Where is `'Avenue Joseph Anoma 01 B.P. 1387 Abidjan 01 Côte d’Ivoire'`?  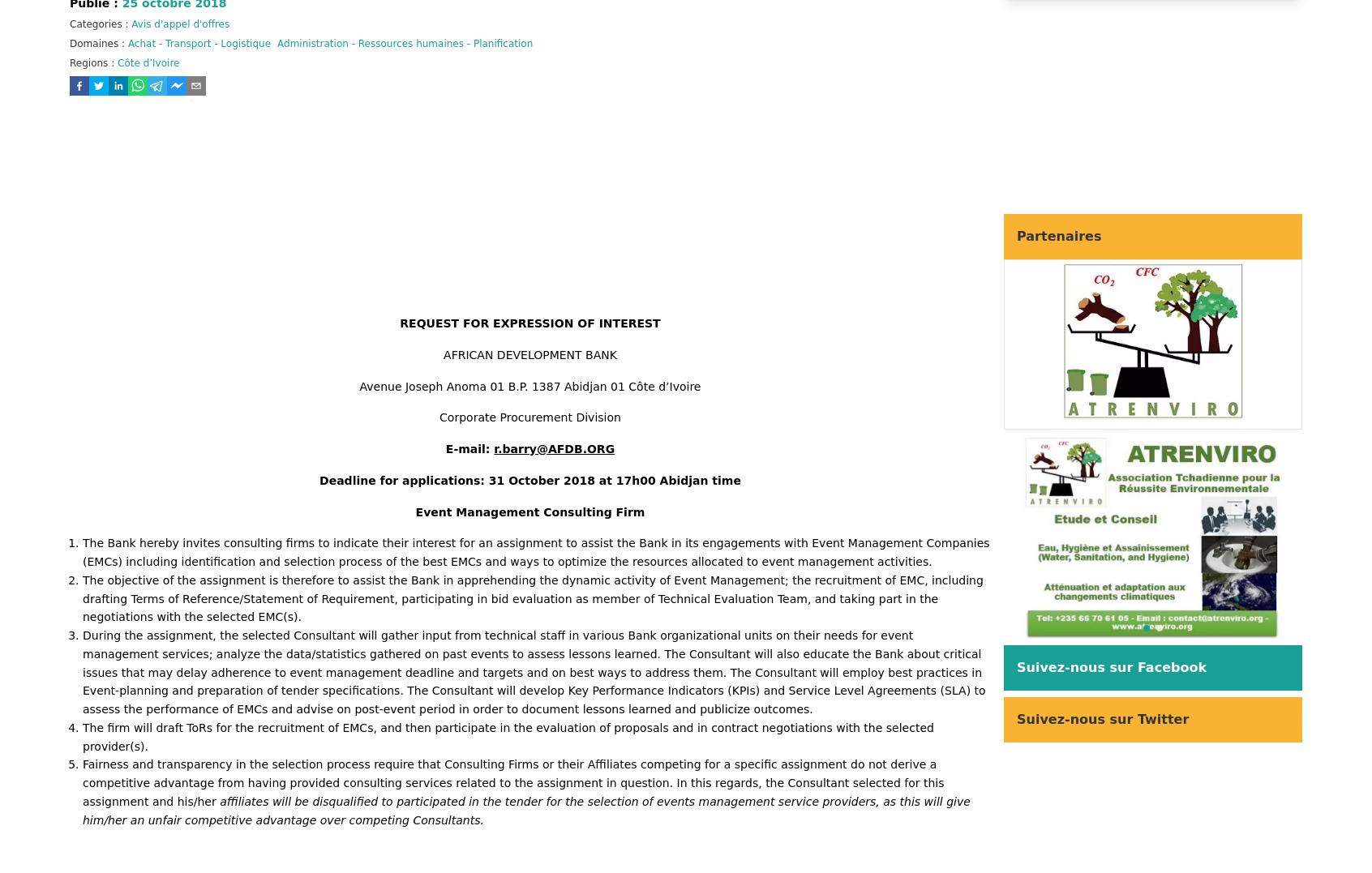
'Avenue Joseph Anoma 01 B.P. 1387 Abidjan 01 Côte d’Ivoire' is located at coordinates (358, 386).